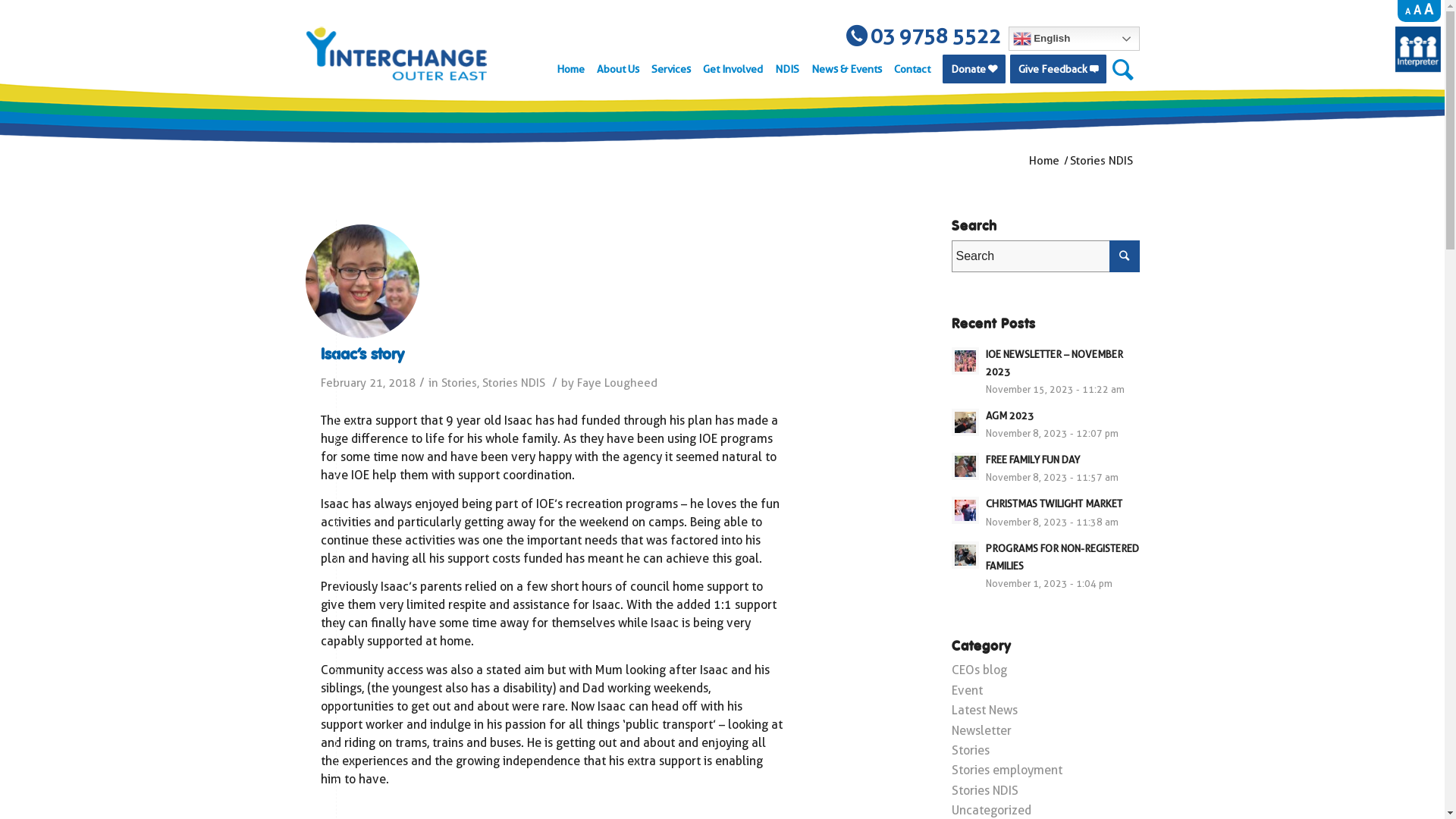 The image size is (1456, 819). Describe the element at coordinates (923, 35) in the screenshot. I see `'03 9758 5522'` at that location.